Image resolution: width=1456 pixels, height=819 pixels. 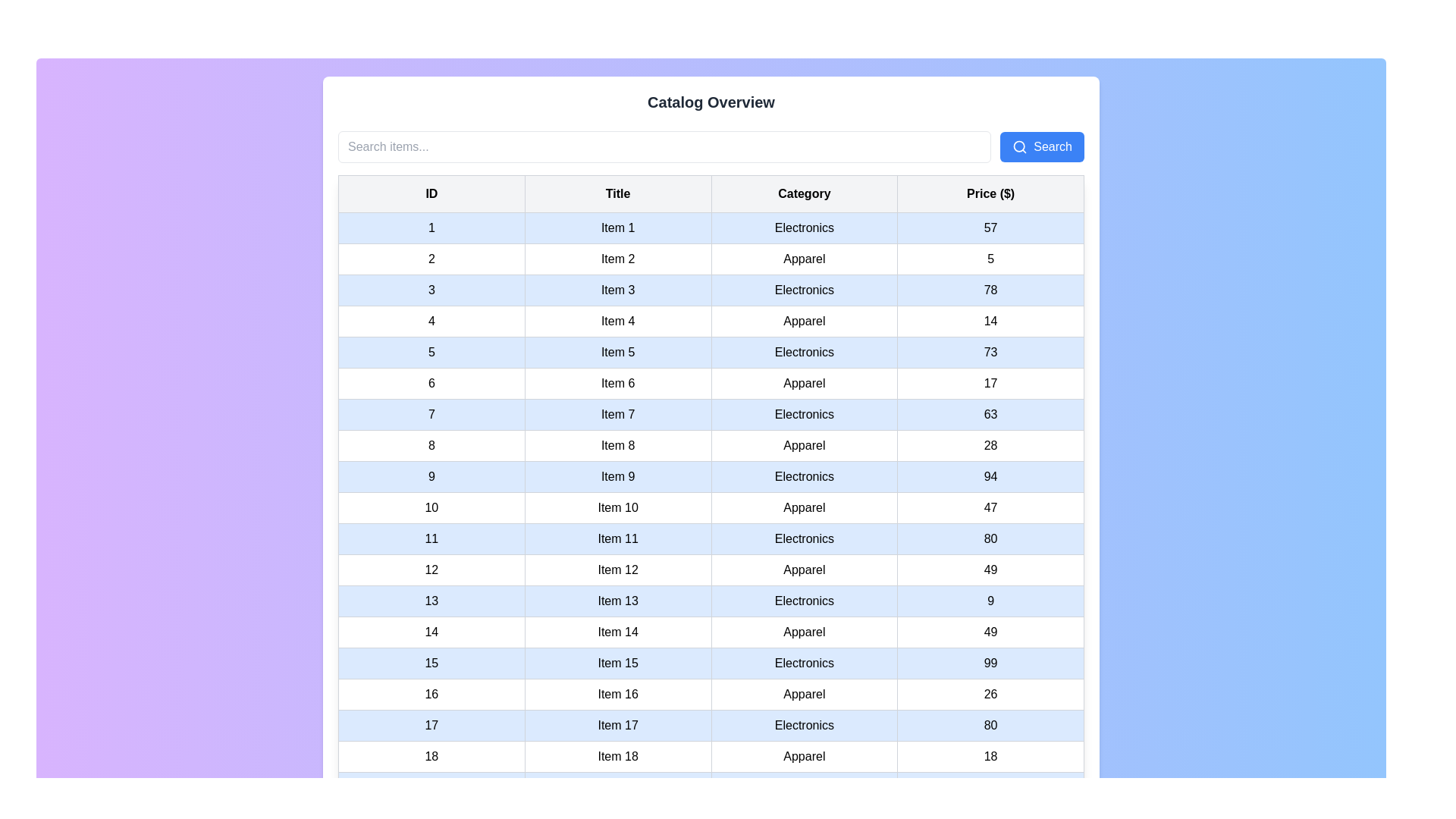 I want to click on the light blue row, so click(x=710, y=538).